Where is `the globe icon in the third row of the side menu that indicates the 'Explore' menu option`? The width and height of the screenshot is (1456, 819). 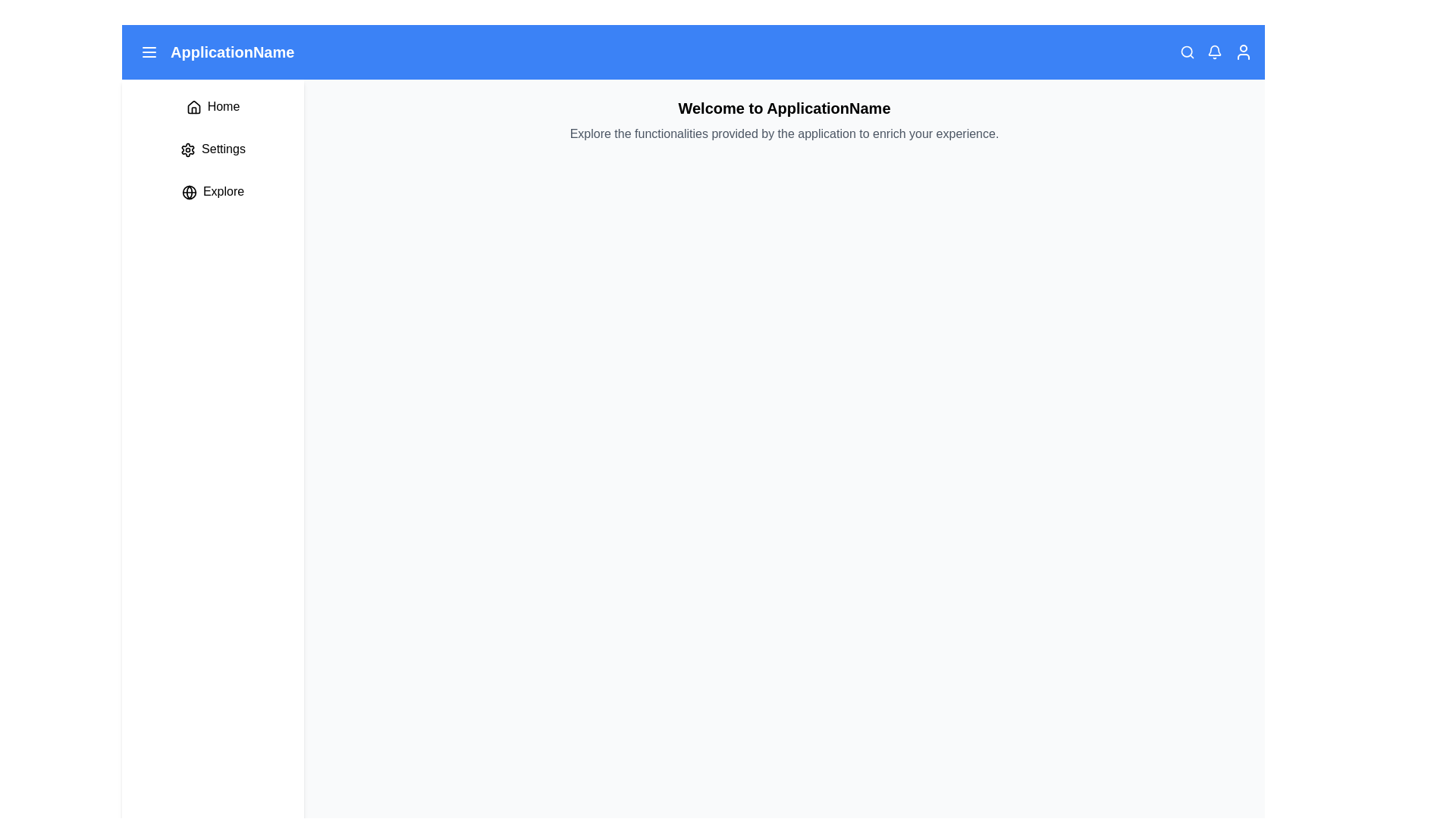 the globe icon in the third row of the side menu that indicates the 'Explore' menu option is located at coordinates (188, 191).